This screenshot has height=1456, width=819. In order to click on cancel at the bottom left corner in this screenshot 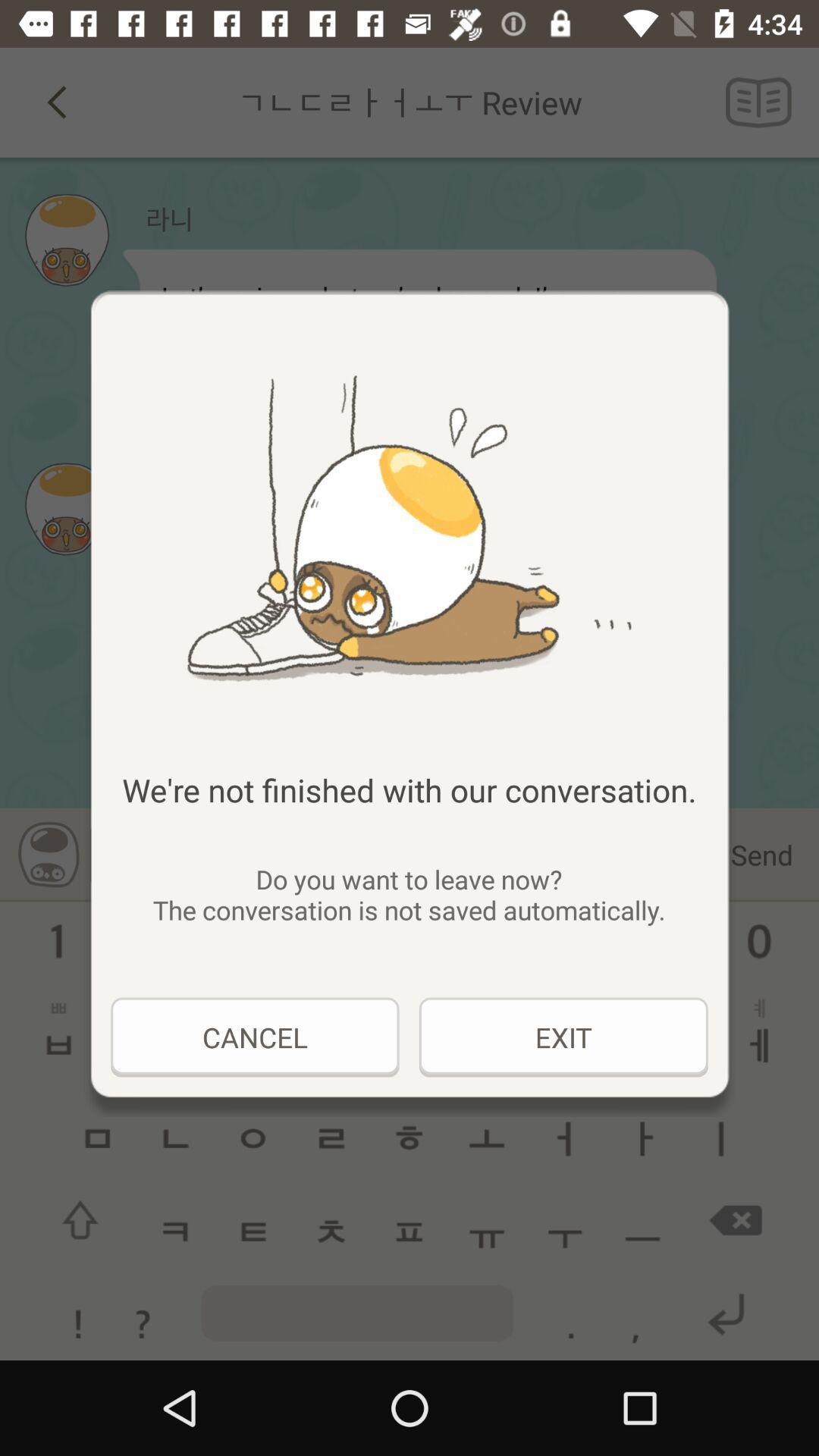, I will do `click(254, 1037)`.